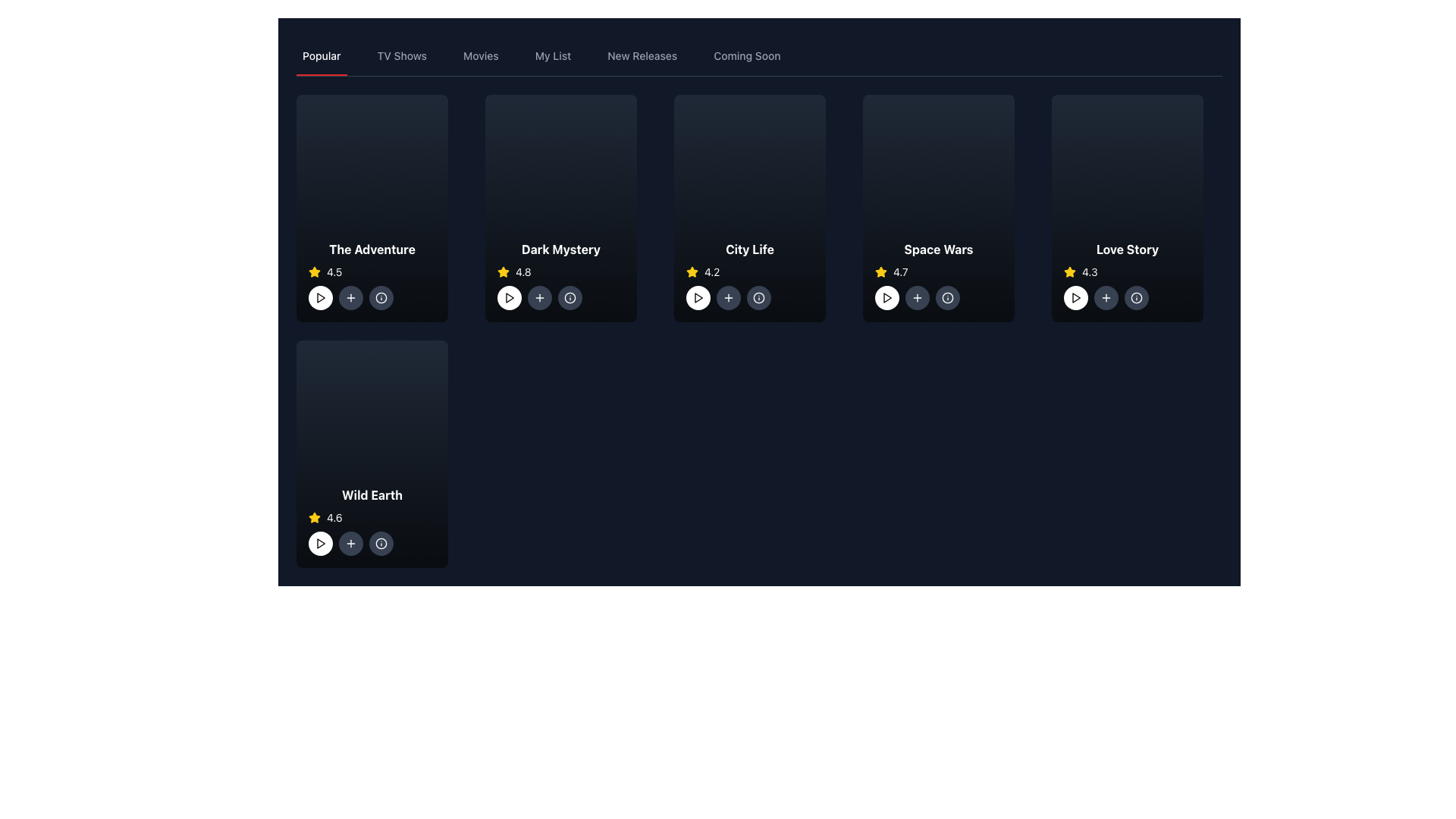 The height and width of the screenshot is (819, 1456). Describe the element at coordinates (1136, 298) in the screenshot. I see `the circular outline of the graphic icon located at the bottom right of the 'Love Story' card` at that location.